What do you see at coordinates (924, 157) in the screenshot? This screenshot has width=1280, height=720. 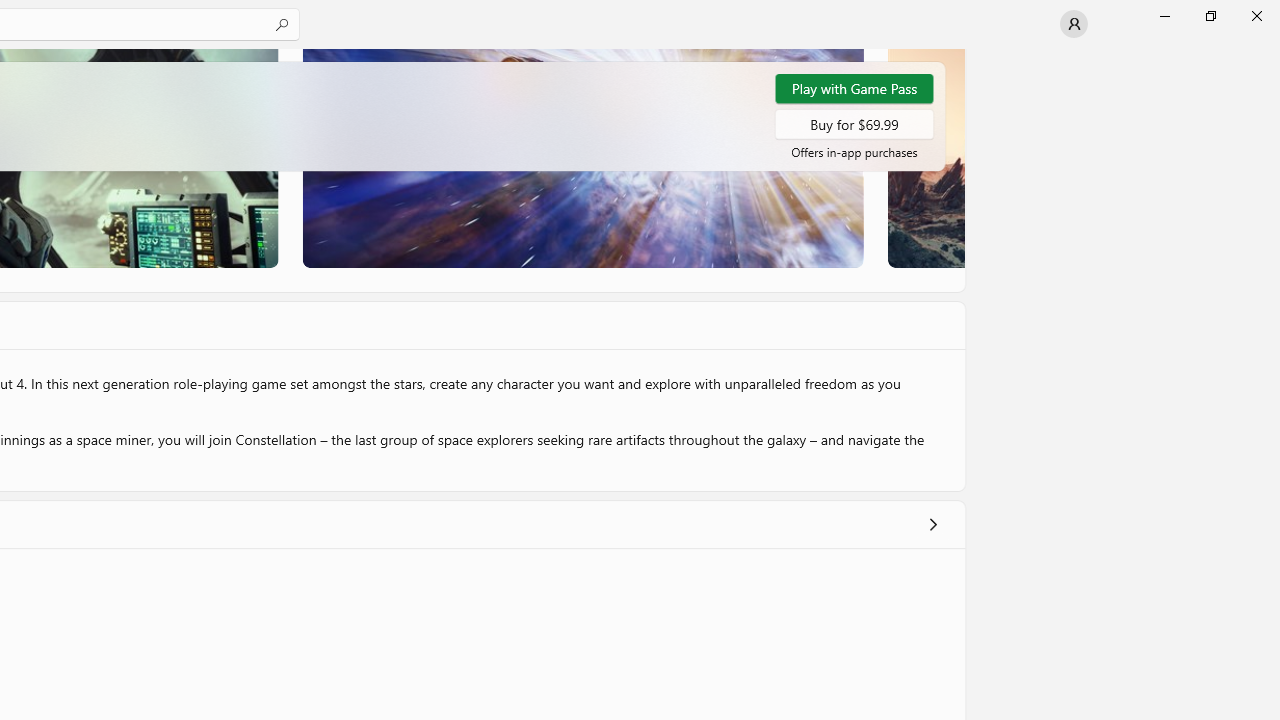 I see `'Screenshot 4'` at bounding box center [924, 157].